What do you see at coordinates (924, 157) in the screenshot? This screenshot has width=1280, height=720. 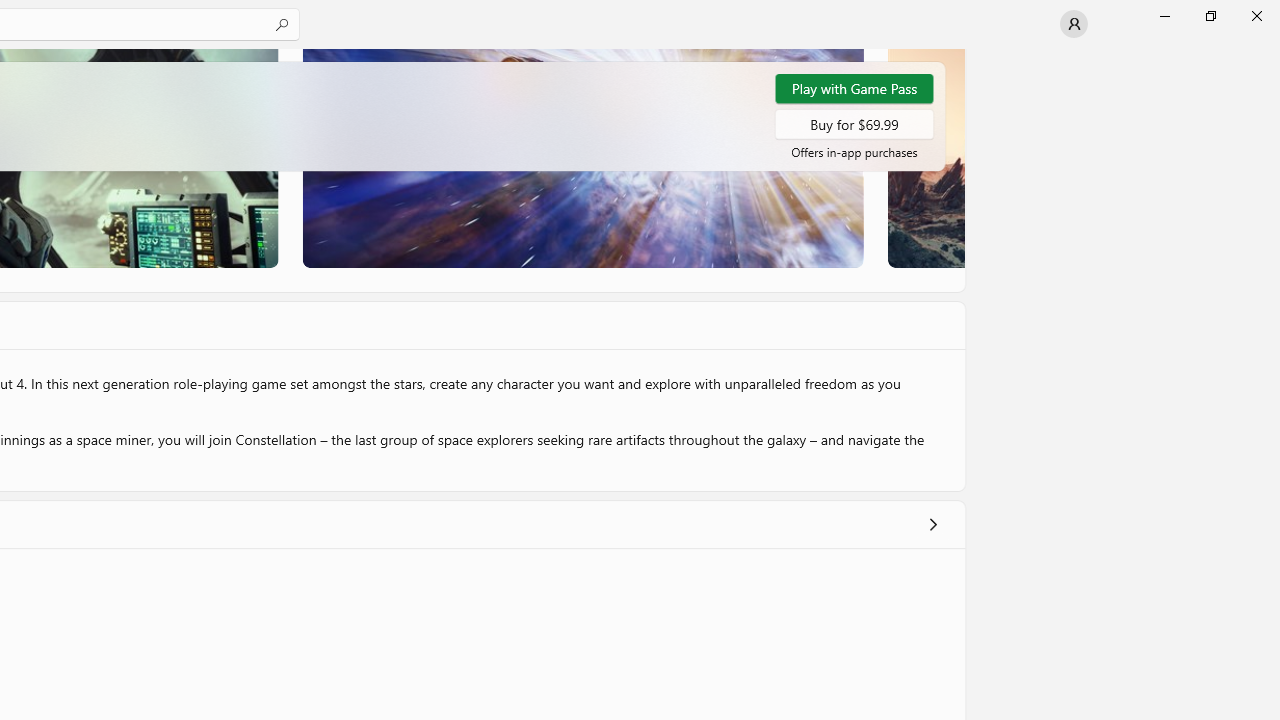 I see `'Screenshot 4'` at bounding box center [924, 157].